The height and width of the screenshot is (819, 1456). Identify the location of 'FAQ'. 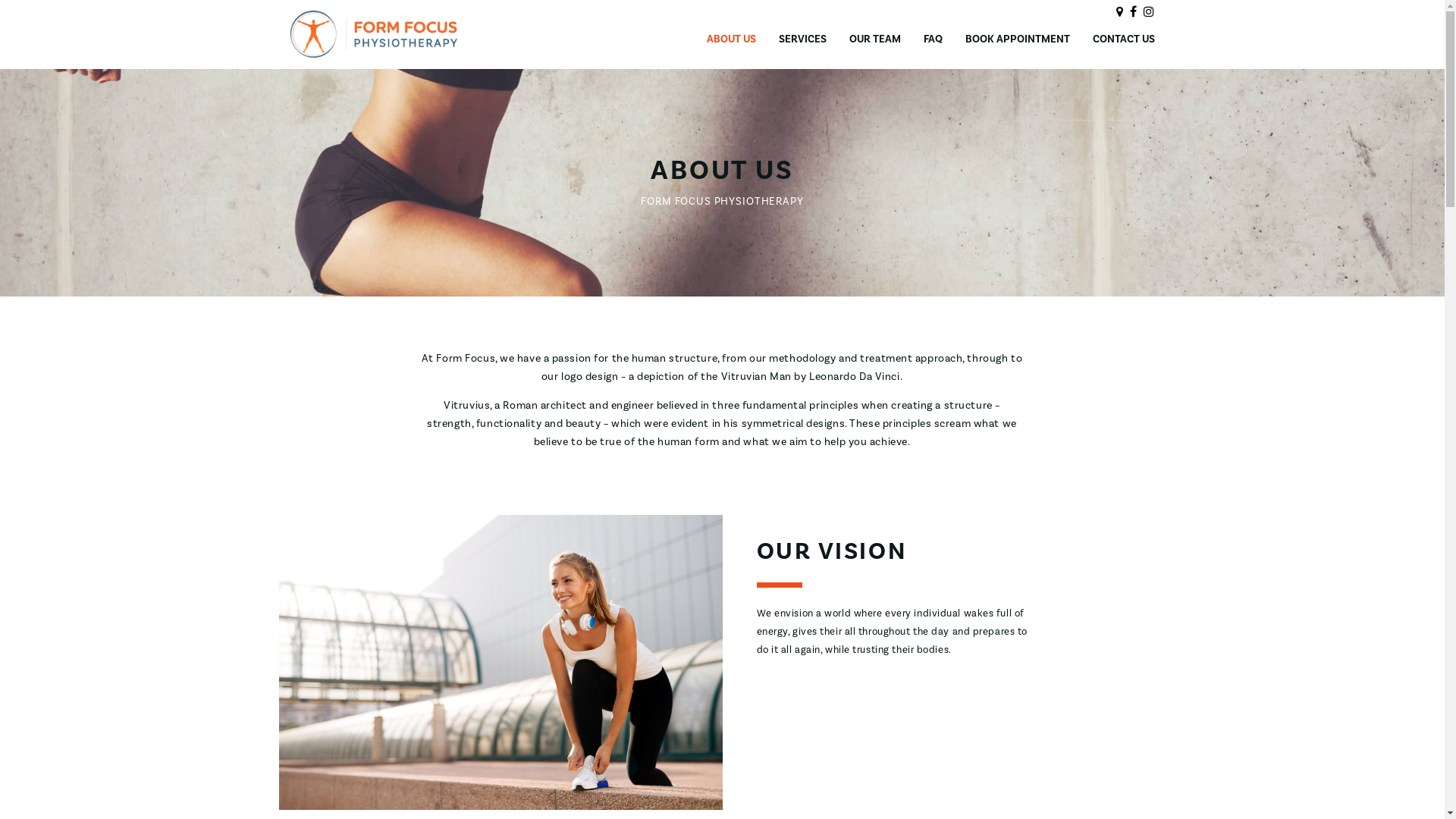
(932, 38).